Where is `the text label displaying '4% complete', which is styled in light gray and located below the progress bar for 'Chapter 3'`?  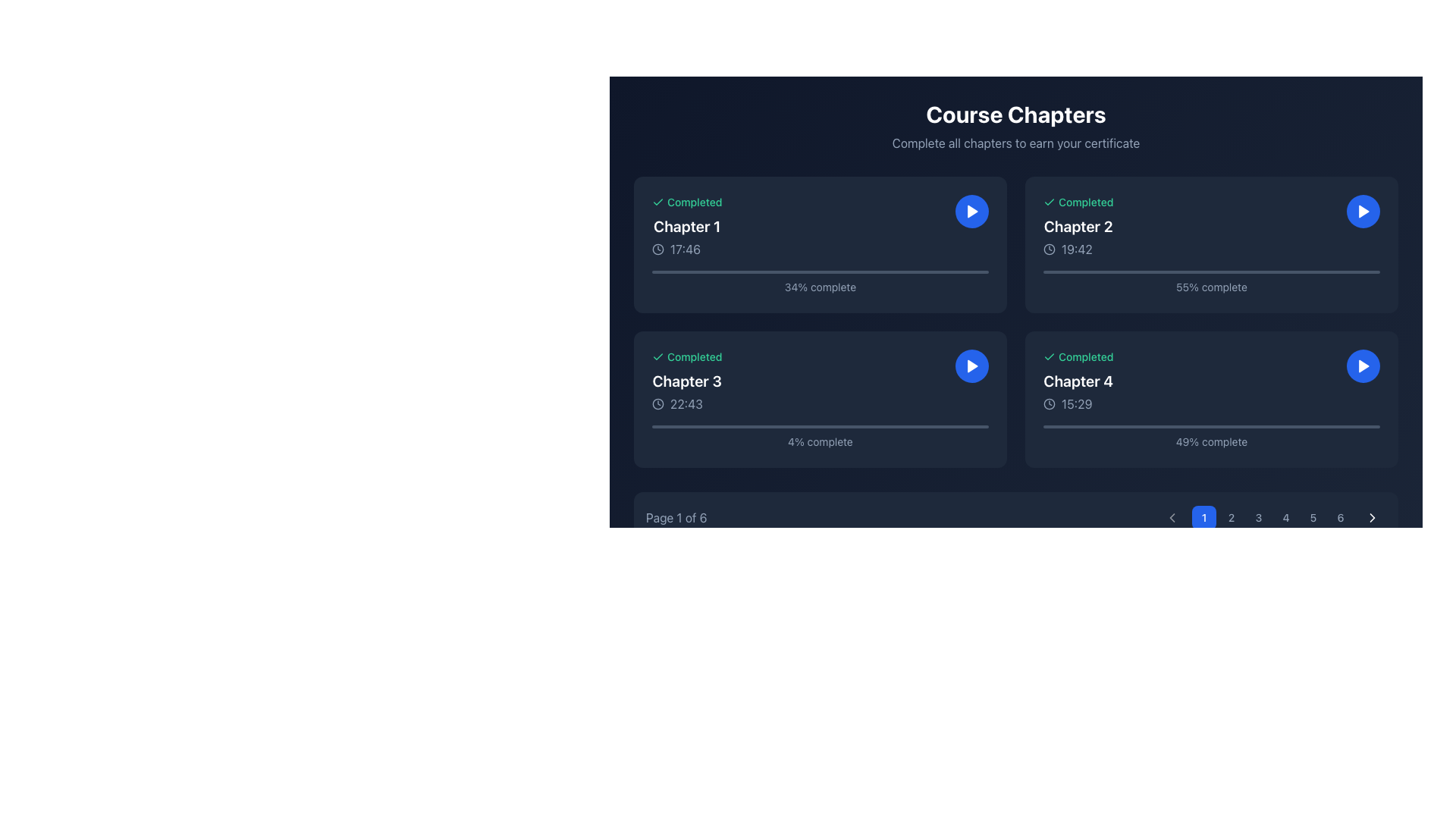 the text label displaying '4% complete', which is styled in light gray and located below the progress bar for 'Chapter 3' is located at coordinates (819, 438).